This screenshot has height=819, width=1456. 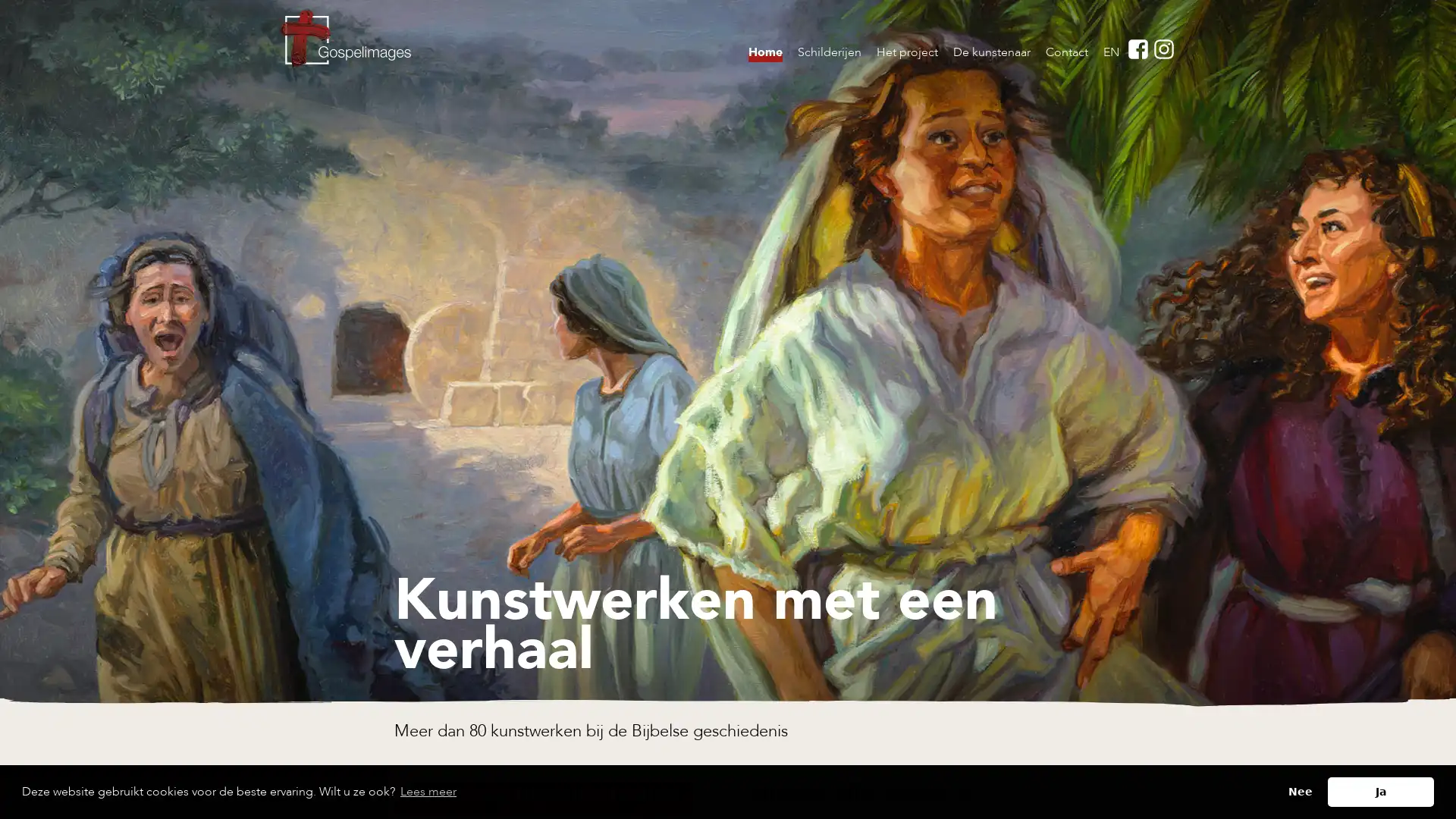 I want to click on learn more about cookies, so click(x=427, y=791).